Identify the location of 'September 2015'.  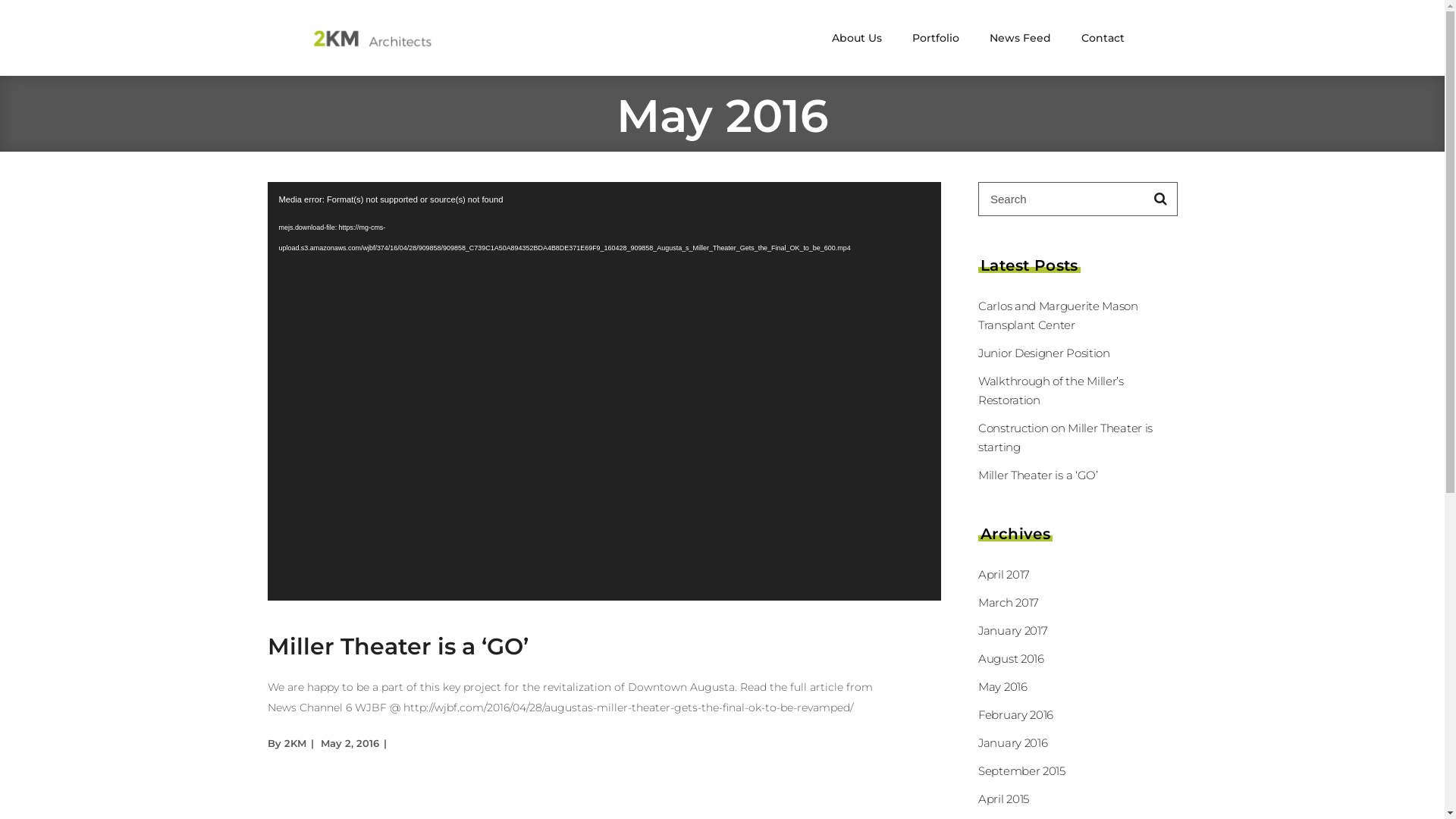
(1021, 770).